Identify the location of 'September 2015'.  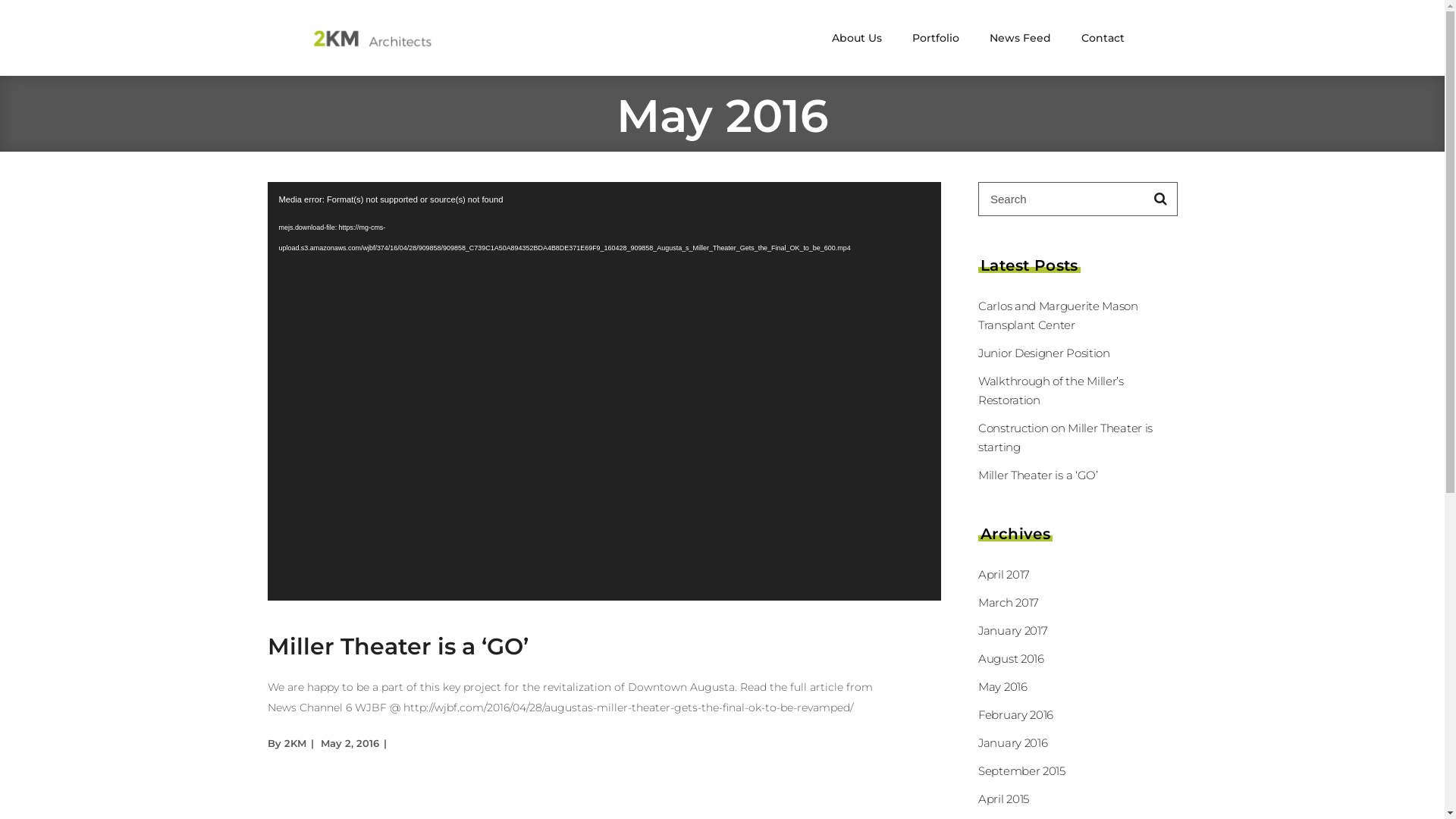
(1021, 770).